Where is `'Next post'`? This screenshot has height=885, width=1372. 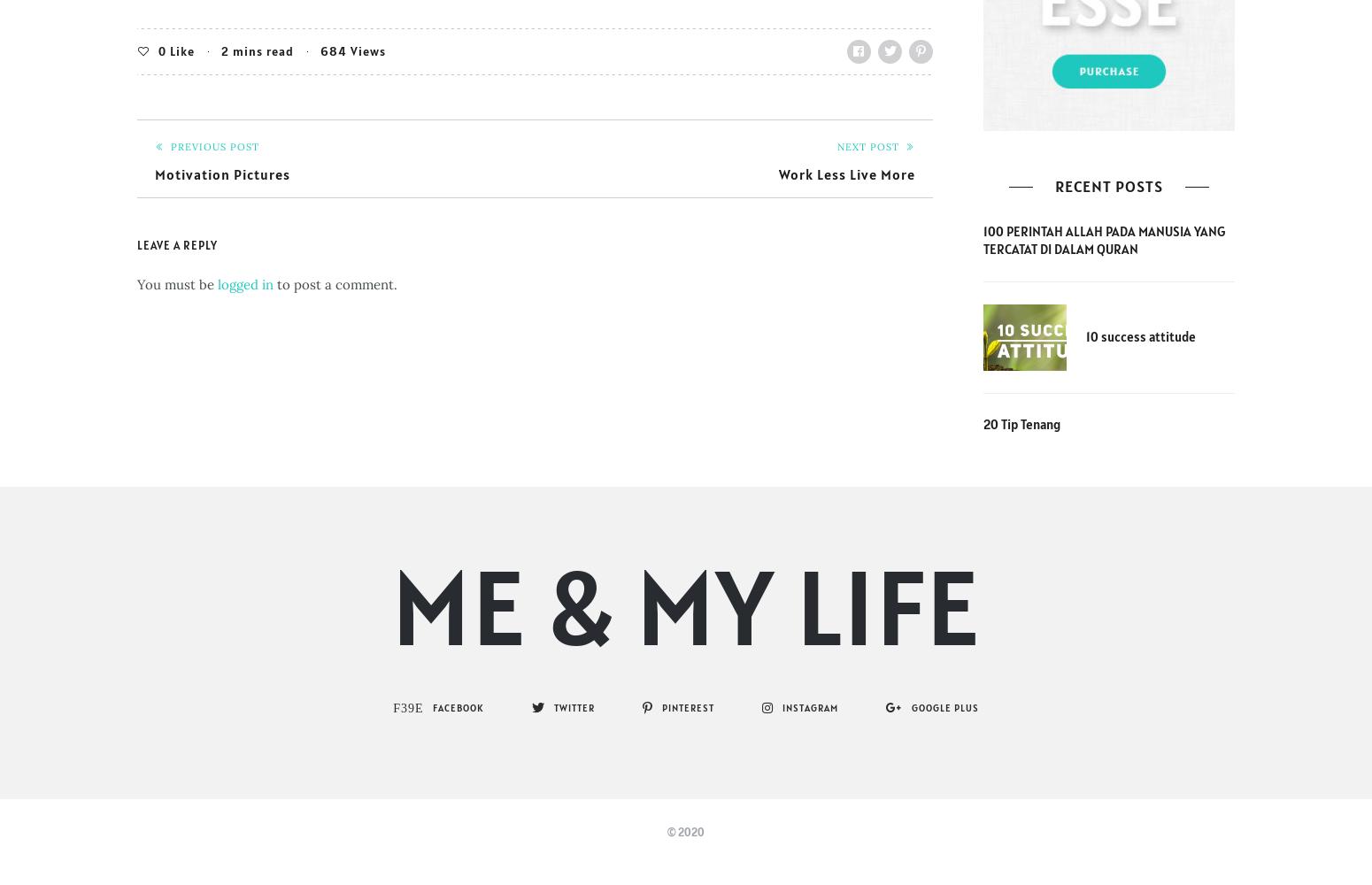 'Next post' is located at coordinates (867, 146).